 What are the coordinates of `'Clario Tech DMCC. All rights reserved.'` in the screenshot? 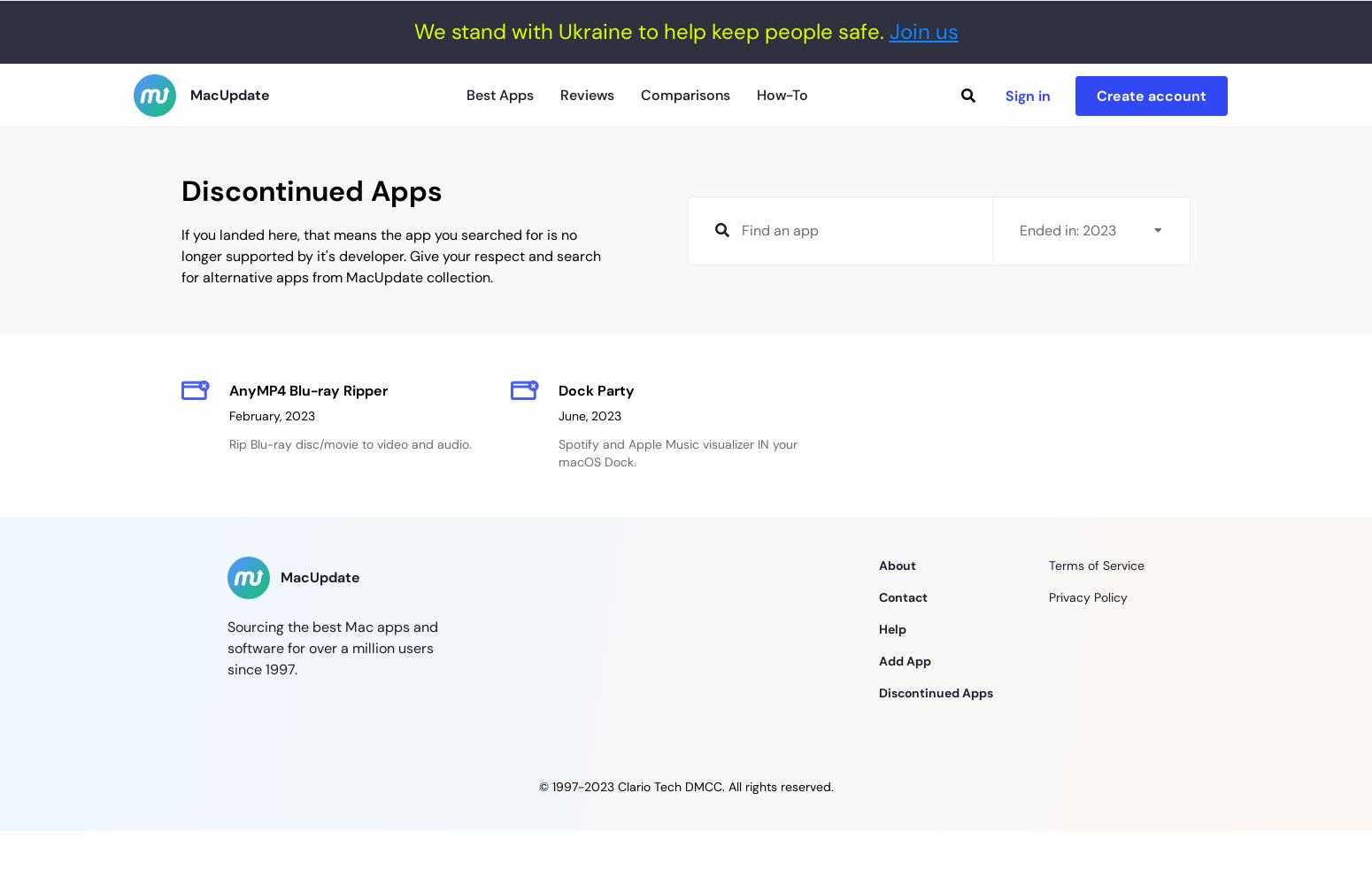 It's located at (722, 787).